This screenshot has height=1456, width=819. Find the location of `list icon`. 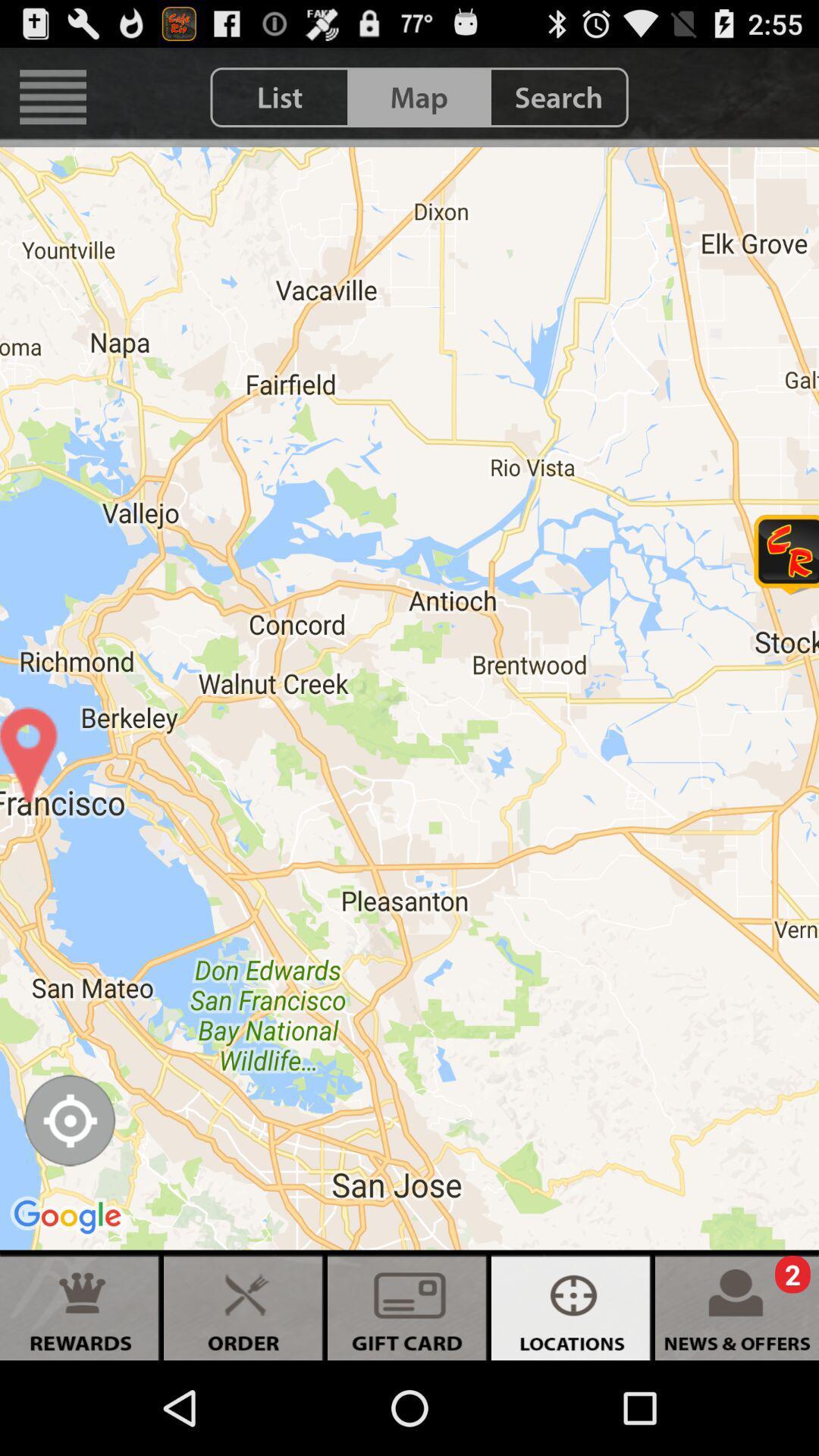

list icon is located at coordinates (280, 96).